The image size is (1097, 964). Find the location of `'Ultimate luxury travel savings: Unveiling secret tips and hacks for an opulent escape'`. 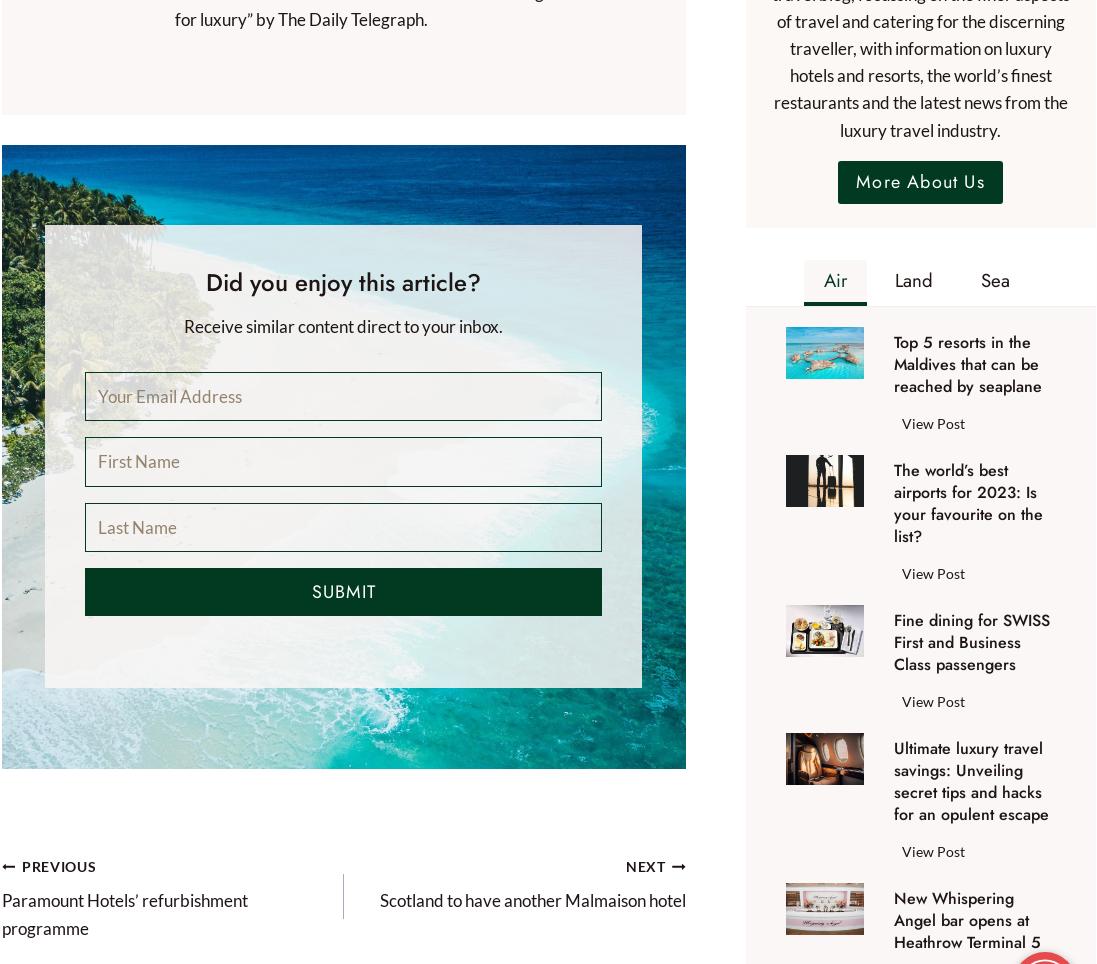

'Ultimate luxury travel savings: Unveiling secret tips and hacks for an opulent escape' is located at coordinates (969, 781).